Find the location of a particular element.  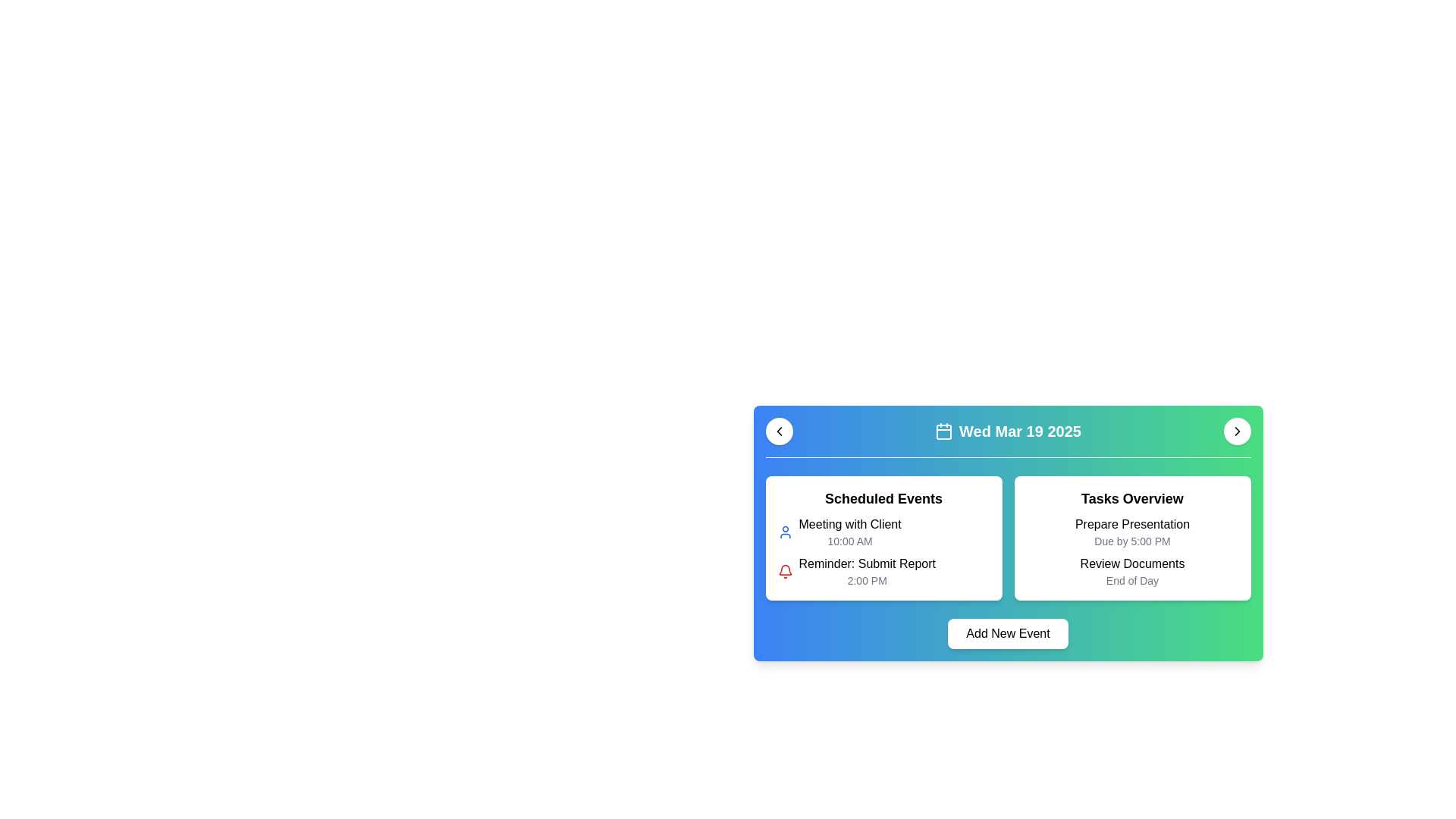

the Header text element that serves as a heading for the 'Scheduled Events' section, located at the top of the card for Wed Mar 19 2025 is located at coordinates (883, 499).